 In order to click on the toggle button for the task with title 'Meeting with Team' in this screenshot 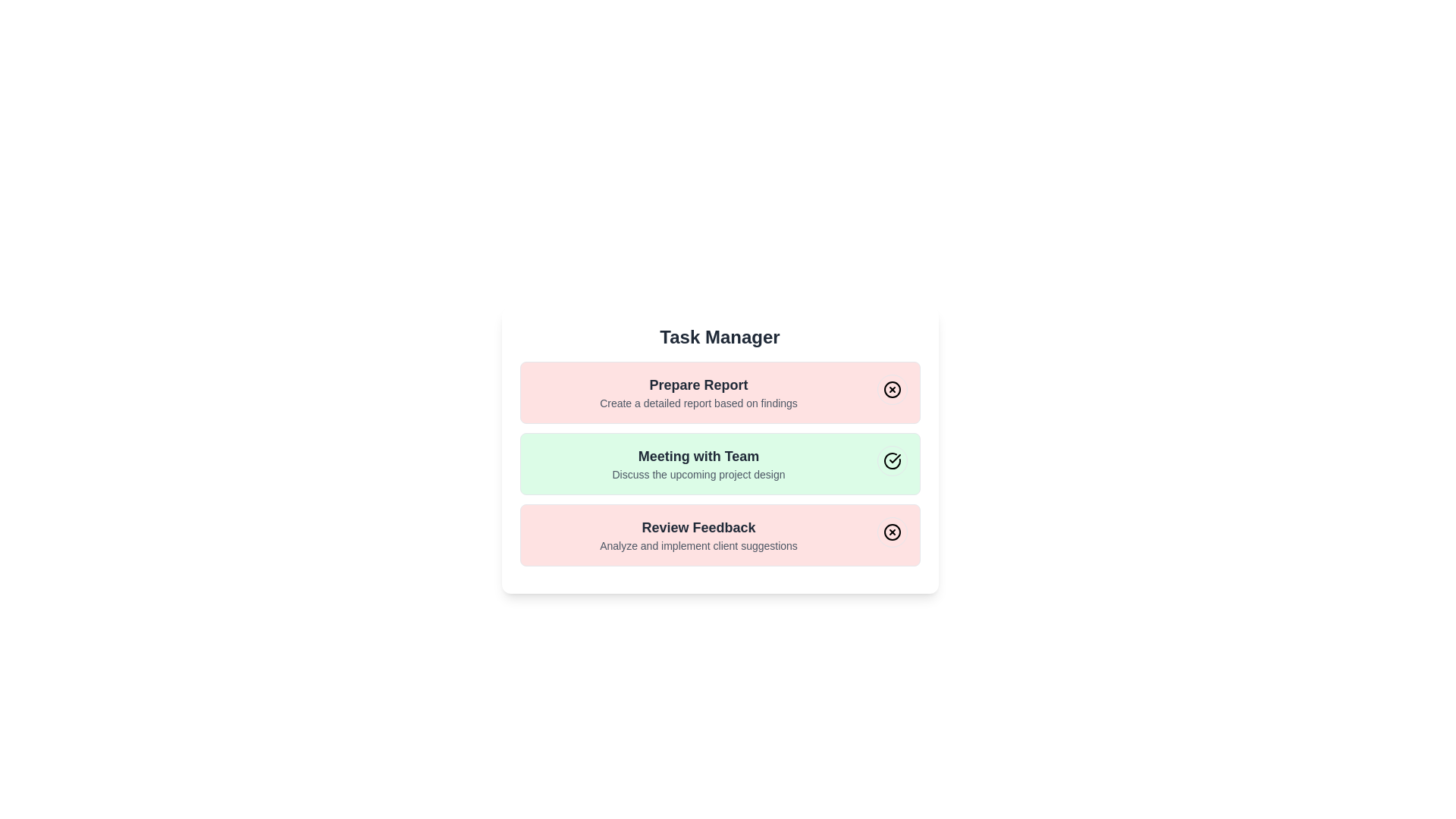, I will do `click(892, 460)`.